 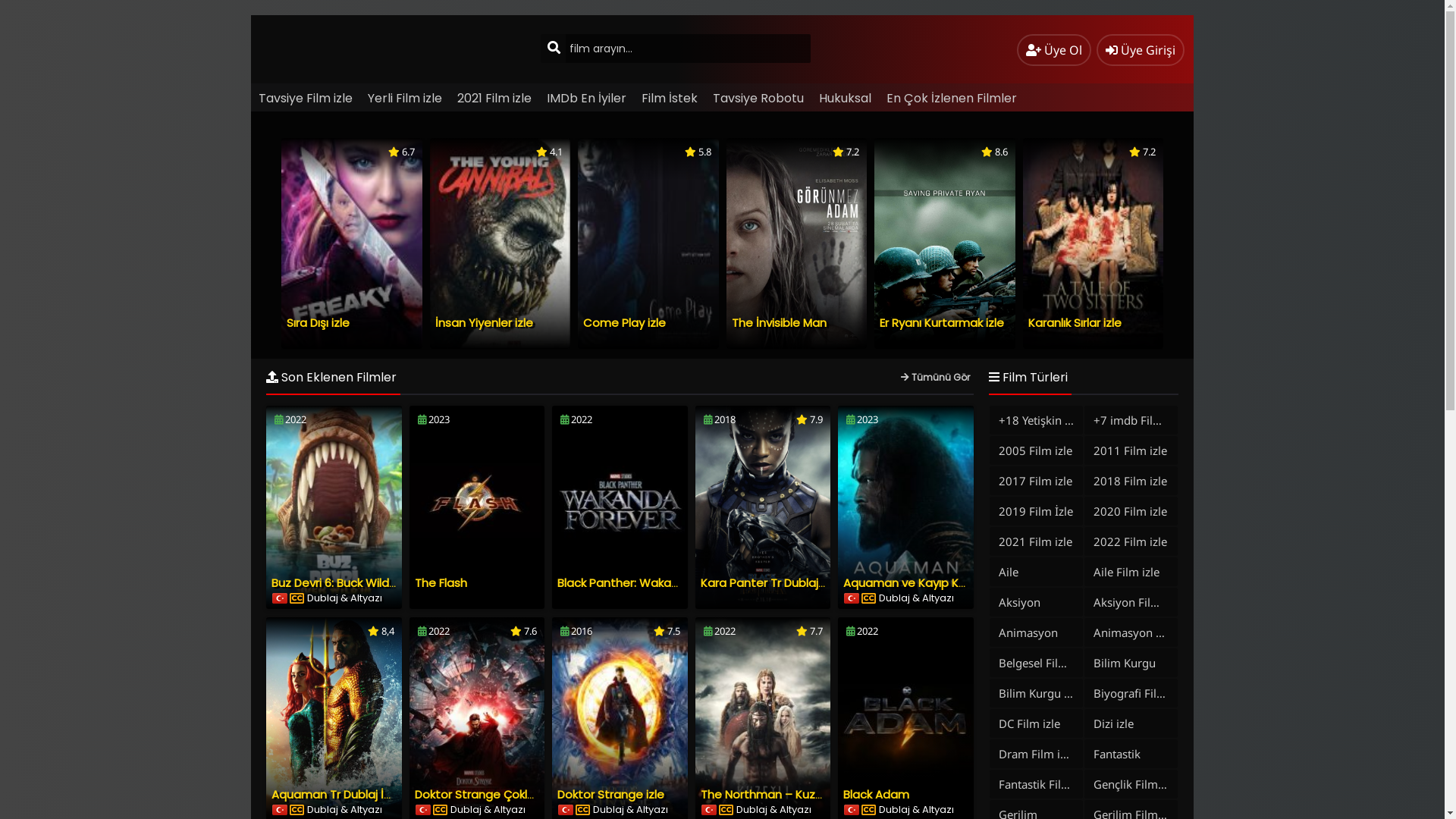 What do you see at coordinates (1131, 511) in the screenshot?
I see `'2020 Film izle'` at bounding box center [1131, 511].